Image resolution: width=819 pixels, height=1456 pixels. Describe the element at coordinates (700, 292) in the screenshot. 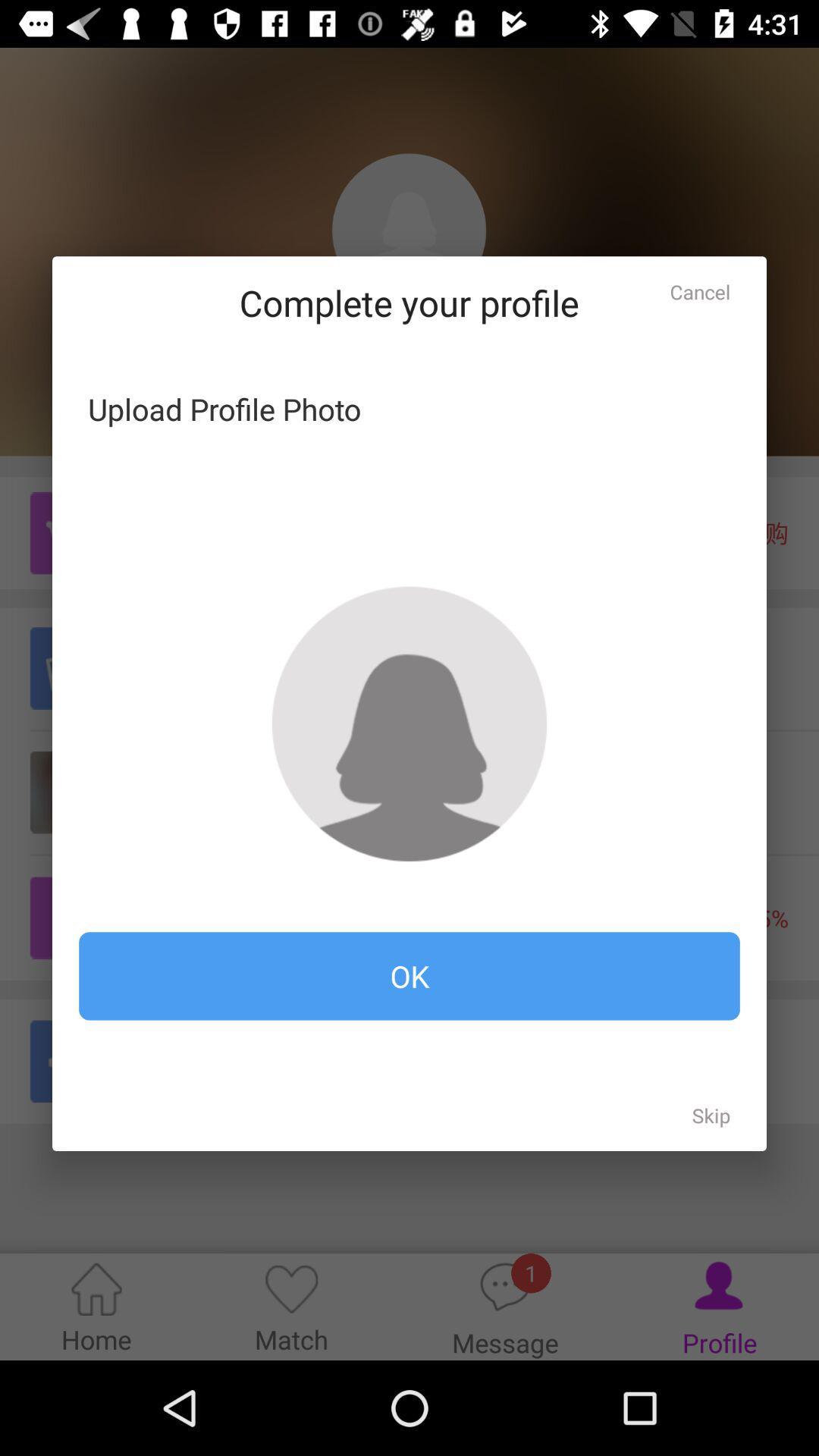

I see `the cancel at the top right corner` at that location.